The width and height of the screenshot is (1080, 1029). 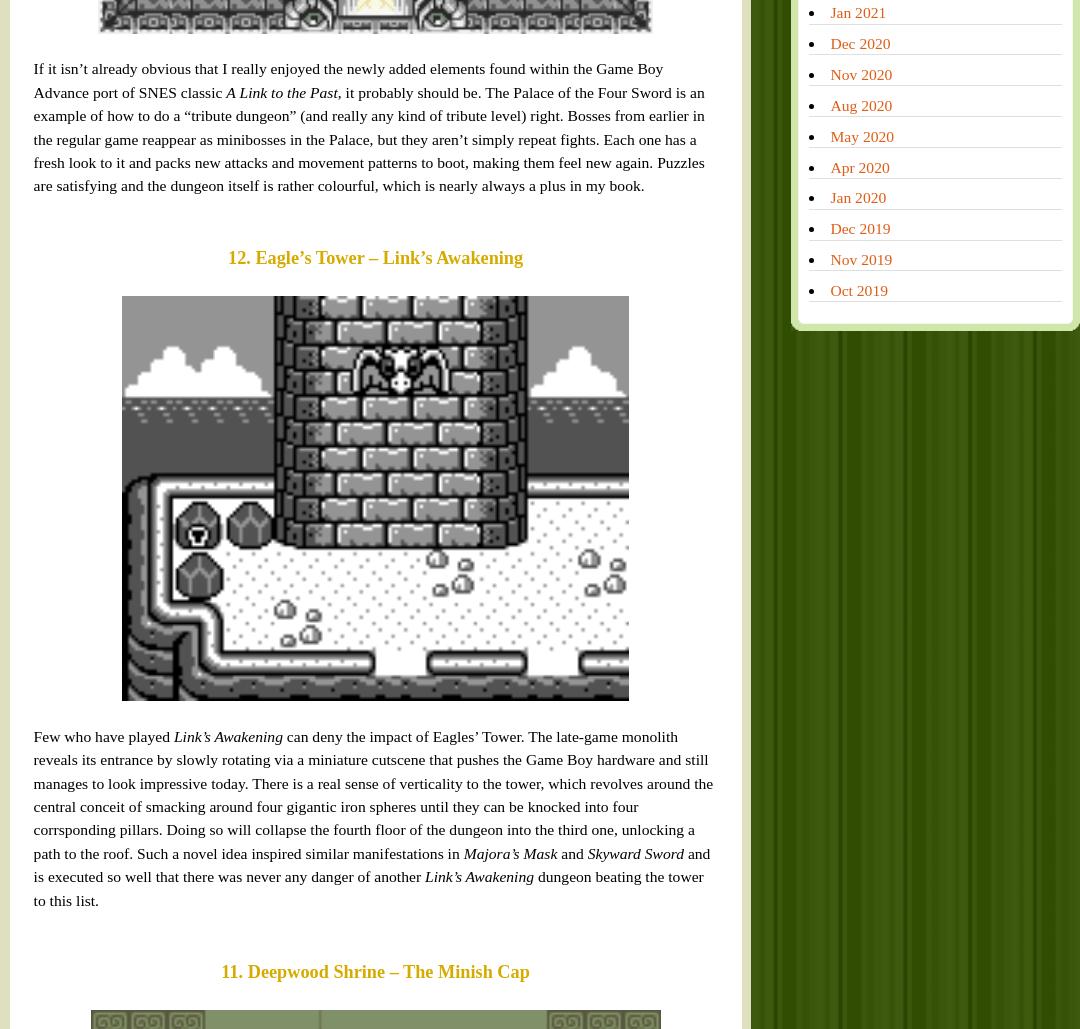 What do you see at coordinates (715, 111) in the screenshot?
I see `'Feb 2018'` at bounding box center [715, 111].